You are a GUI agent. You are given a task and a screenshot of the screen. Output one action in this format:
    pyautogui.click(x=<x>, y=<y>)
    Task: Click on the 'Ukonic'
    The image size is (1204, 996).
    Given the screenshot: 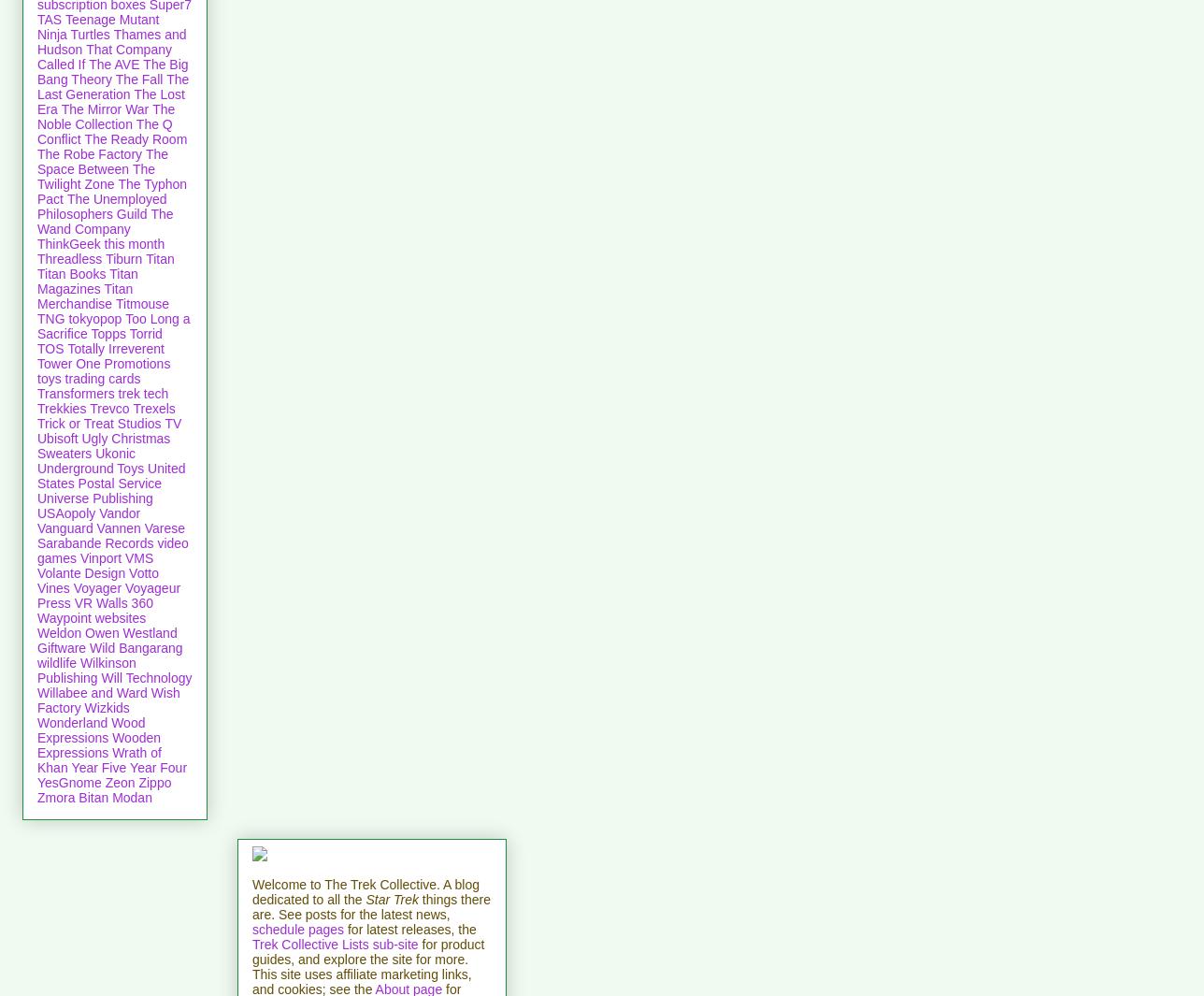 What is the action you would take?
    pyautogui.click(x=115, y=452)
    